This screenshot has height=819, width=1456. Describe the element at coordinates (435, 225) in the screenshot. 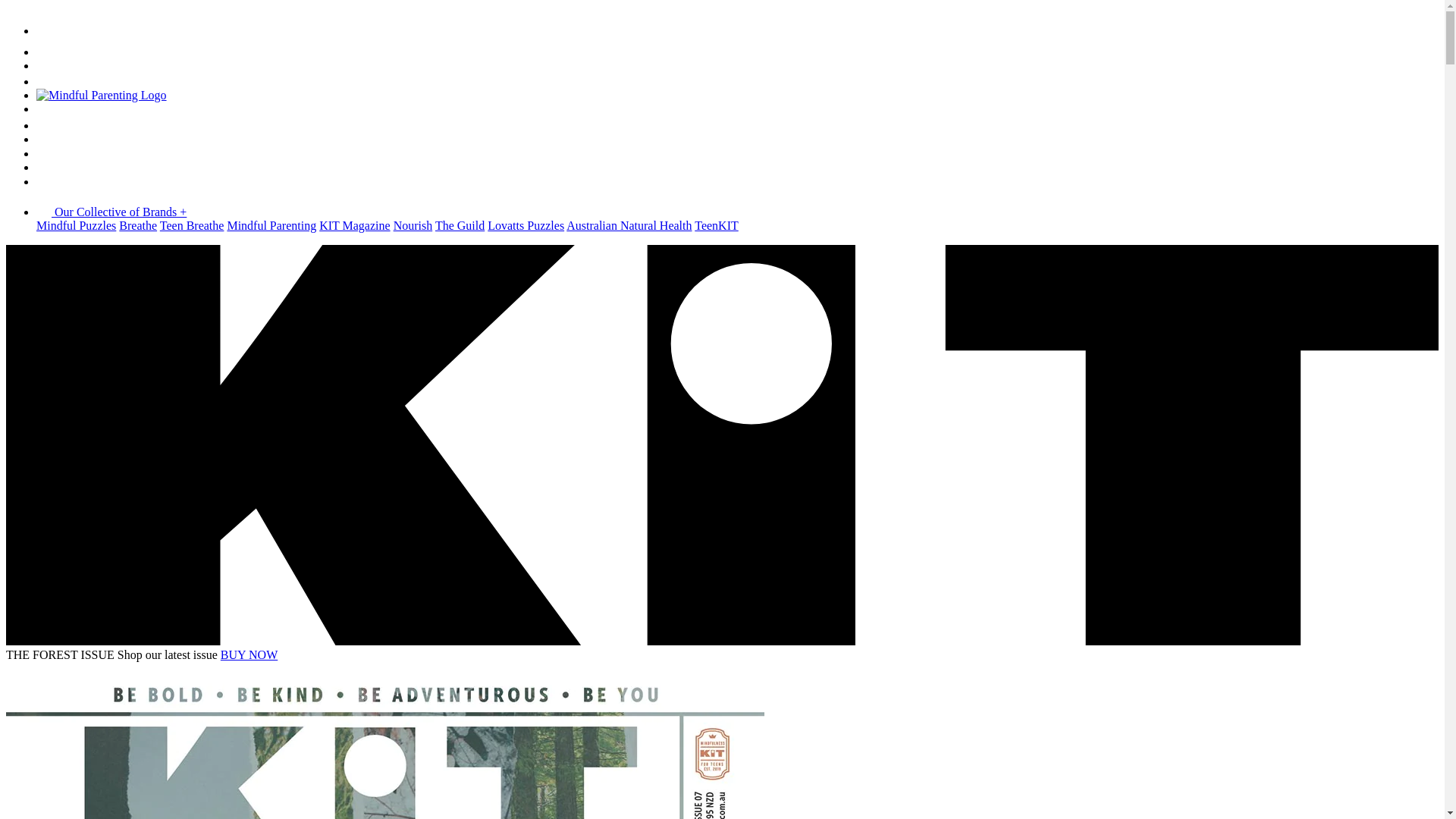

I see `'The Guild'` at that location.